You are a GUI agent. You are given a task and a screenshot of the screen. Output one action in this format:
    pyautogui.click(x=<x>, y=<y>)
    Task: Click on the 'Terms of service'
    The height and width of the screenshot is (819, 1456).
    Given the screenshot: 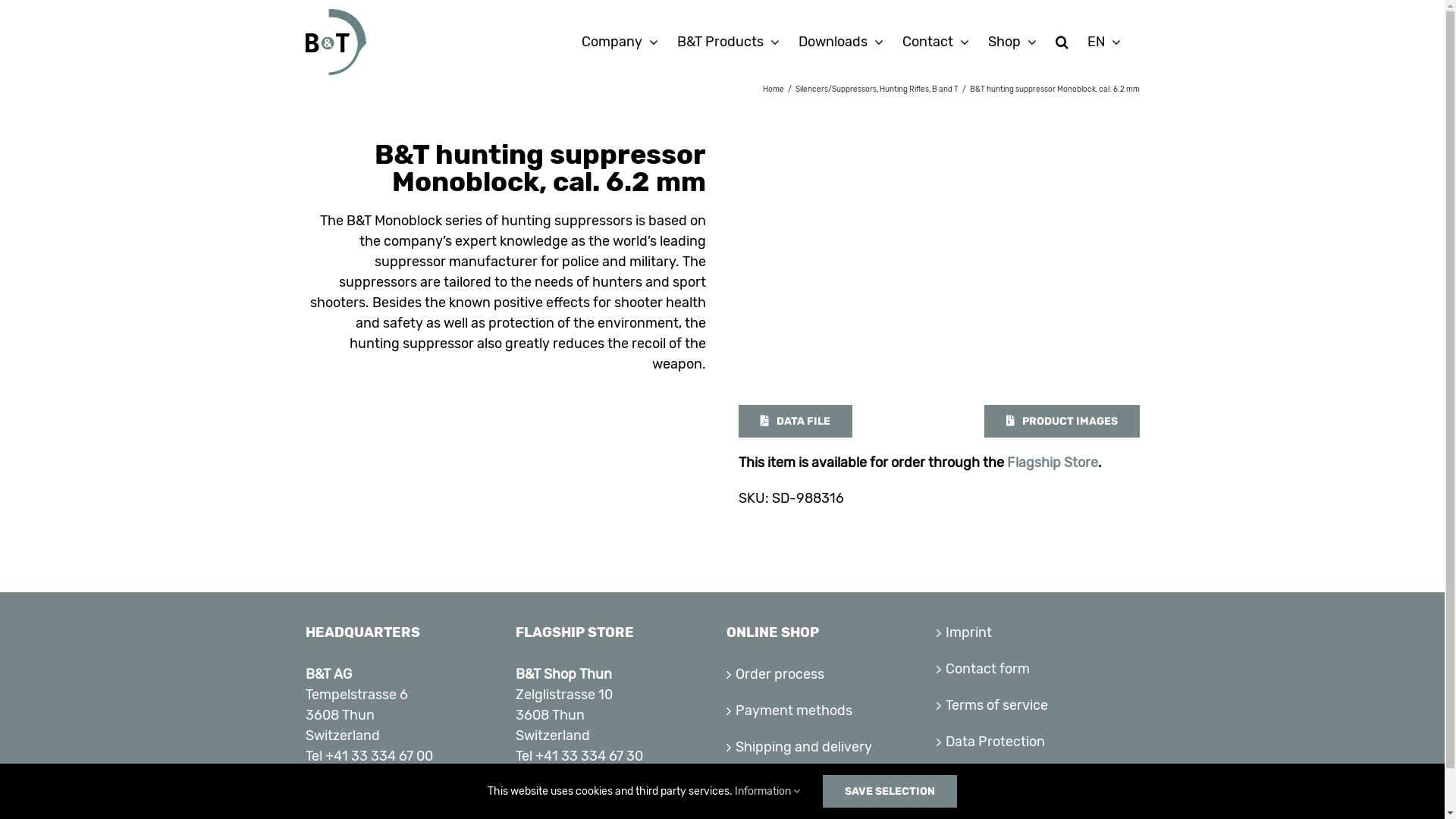 What is the action you would take?
    pyautogui.click(x=1037, y=705)
    